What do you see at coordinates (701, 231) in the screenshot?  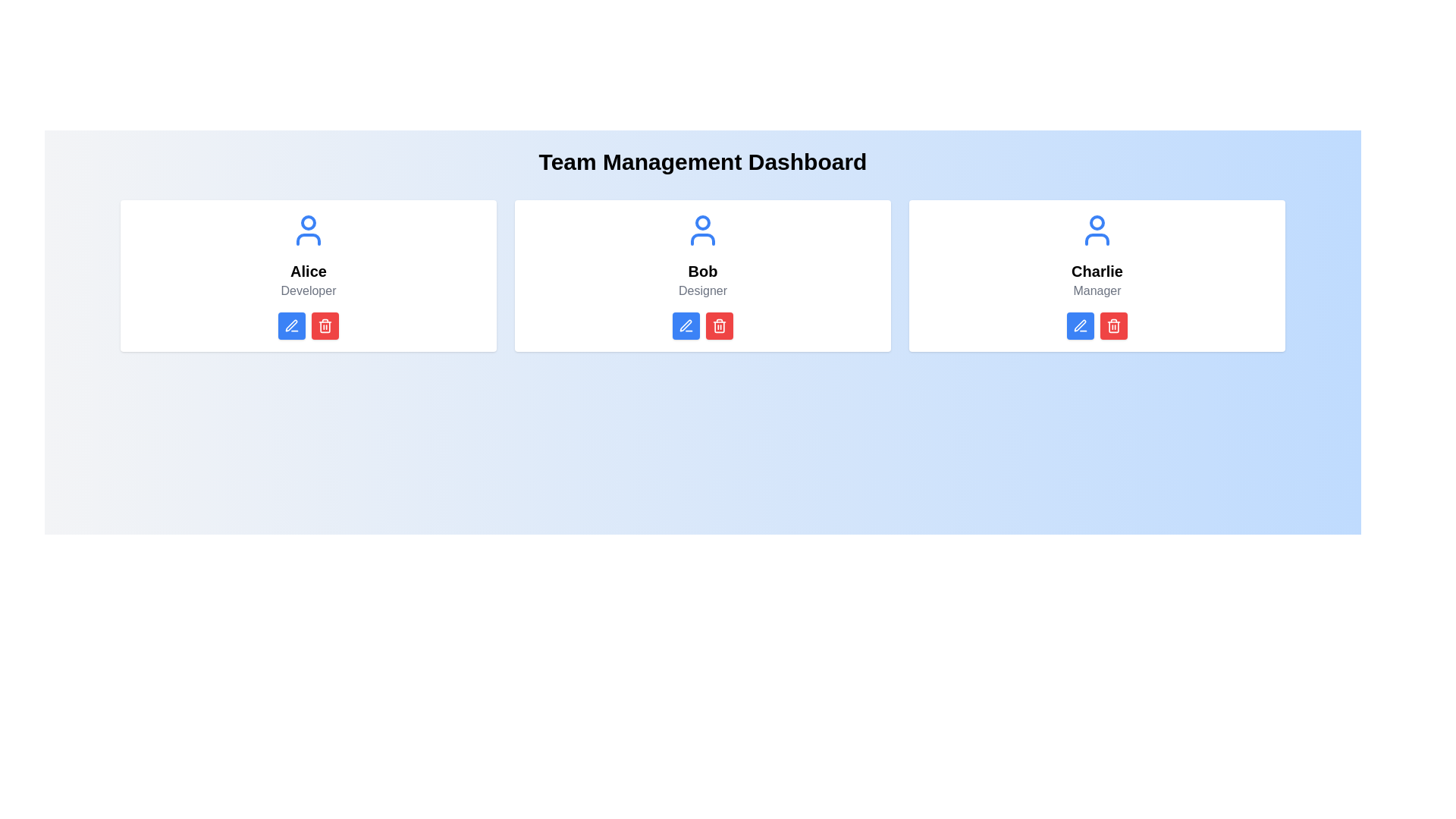 I see `the SVG user icon representing a user, which is styled in blue and located at the center of the top of a white background card displaying the name 'Bob' and the role 'Designer' below it` at bounding box center [701, 231].